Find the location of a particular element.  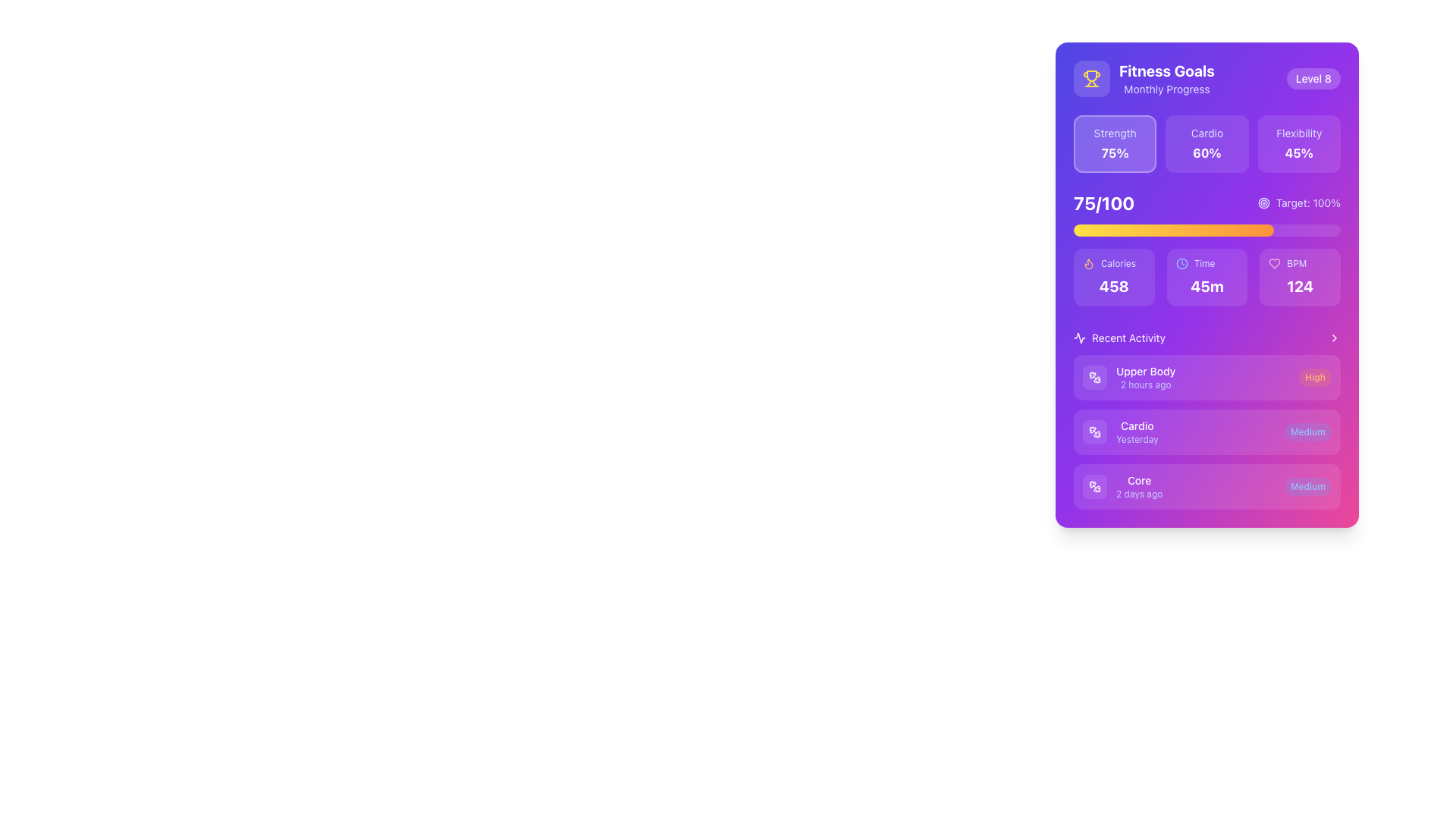

the text label displaying the number '458' in bold white font, which is positioned centrally below the 'Calories' label and flame icon in the caloric information section of the fitness dashboard is located at coordinates (1114, 287).